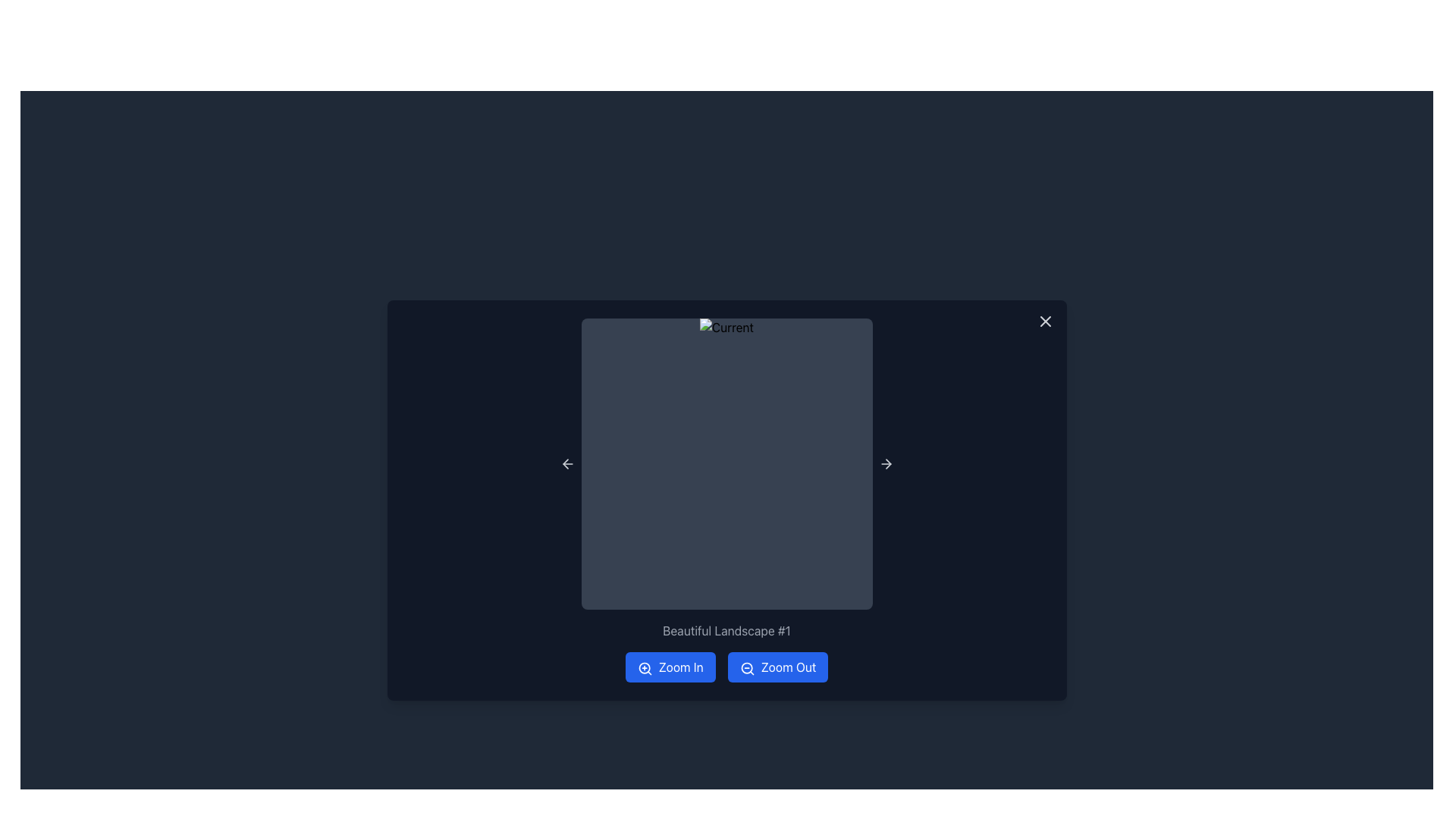  What do you see at coordinates (566, 463) in the screenshot?
I see `the leftward-facing arrow button, which has a light-colored outline against a dark background` at bounding box center [566, 463].